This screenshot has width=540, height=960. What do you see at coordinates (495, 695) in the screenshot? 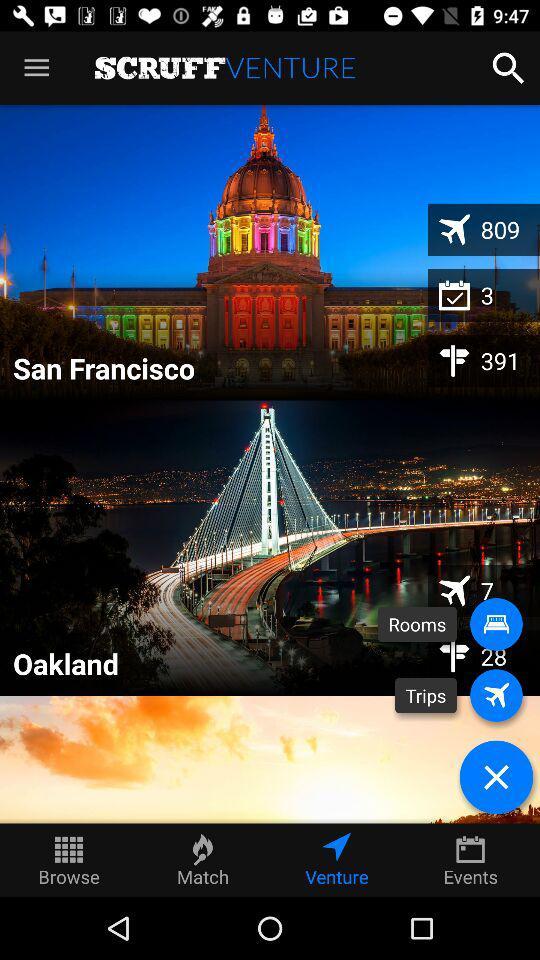
I see `the flight icon` at bounding box center [495, 695].